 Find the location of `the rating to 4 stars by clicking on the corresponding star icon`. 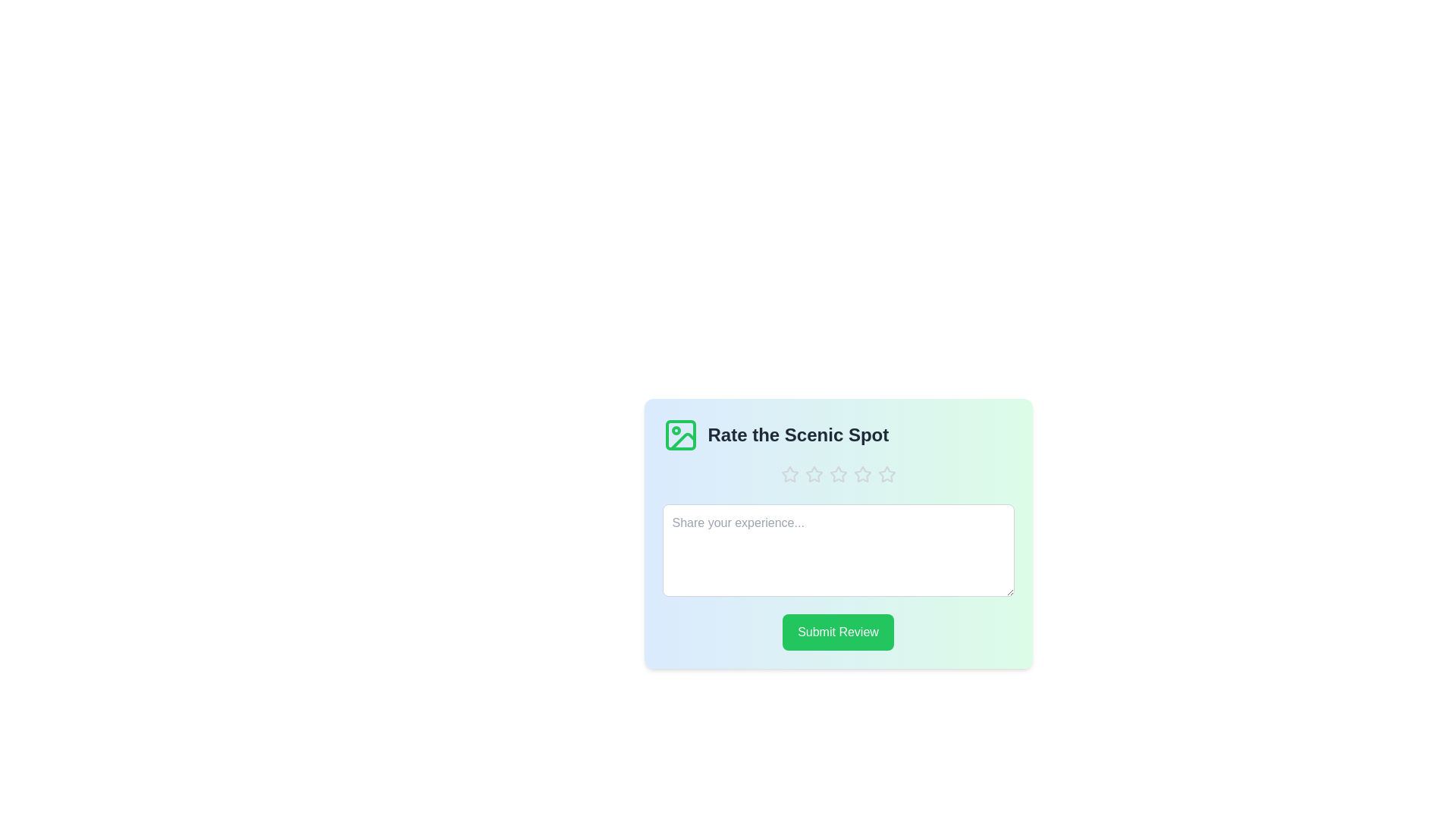

the rating to 4 stars by clicking on the corresponding star icon is located at coordinates (862, 473).